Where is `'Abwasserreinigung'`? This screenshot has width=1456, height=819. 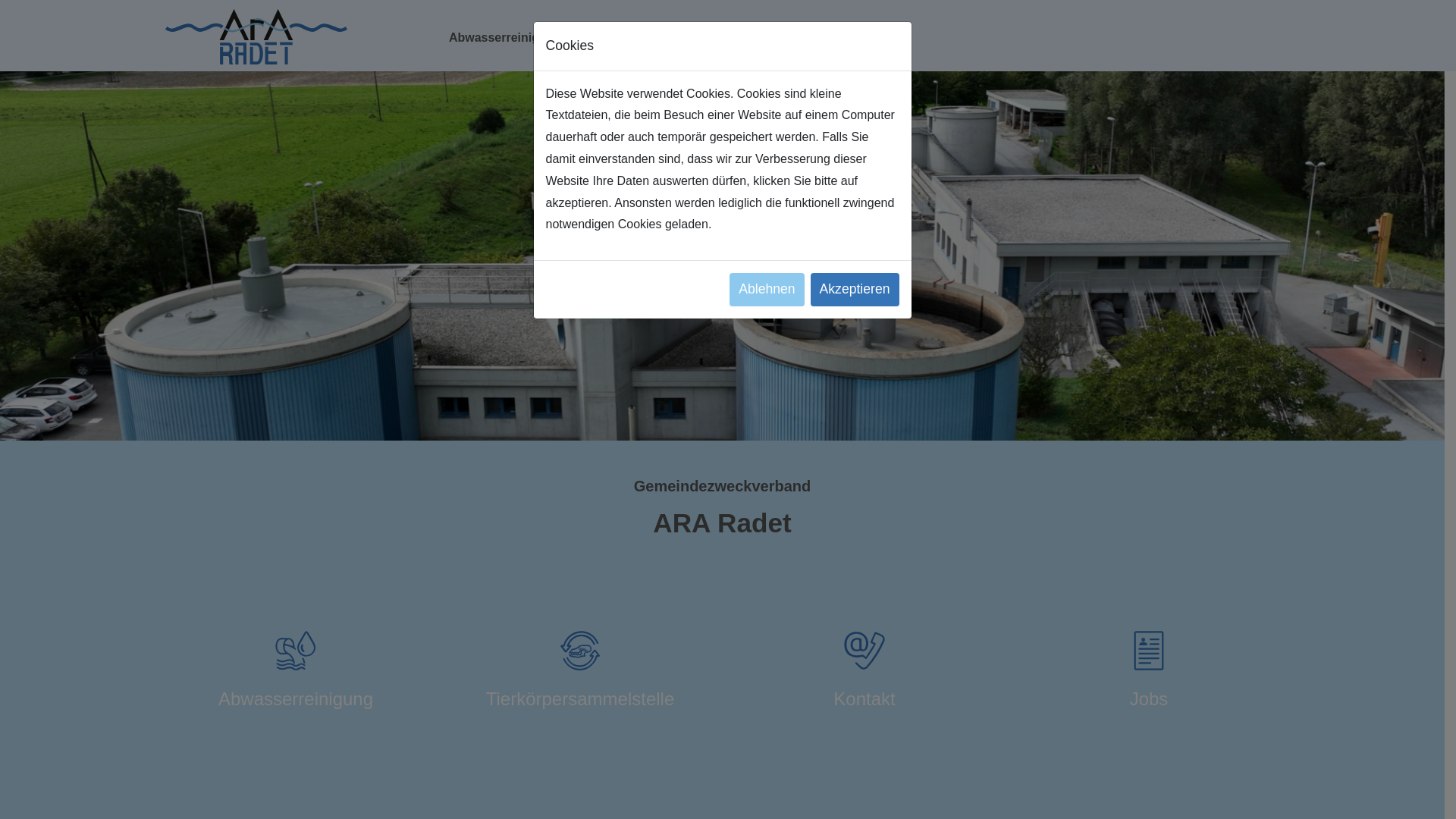 'Abwasserreinigung' is located at coordinates (296, 677).